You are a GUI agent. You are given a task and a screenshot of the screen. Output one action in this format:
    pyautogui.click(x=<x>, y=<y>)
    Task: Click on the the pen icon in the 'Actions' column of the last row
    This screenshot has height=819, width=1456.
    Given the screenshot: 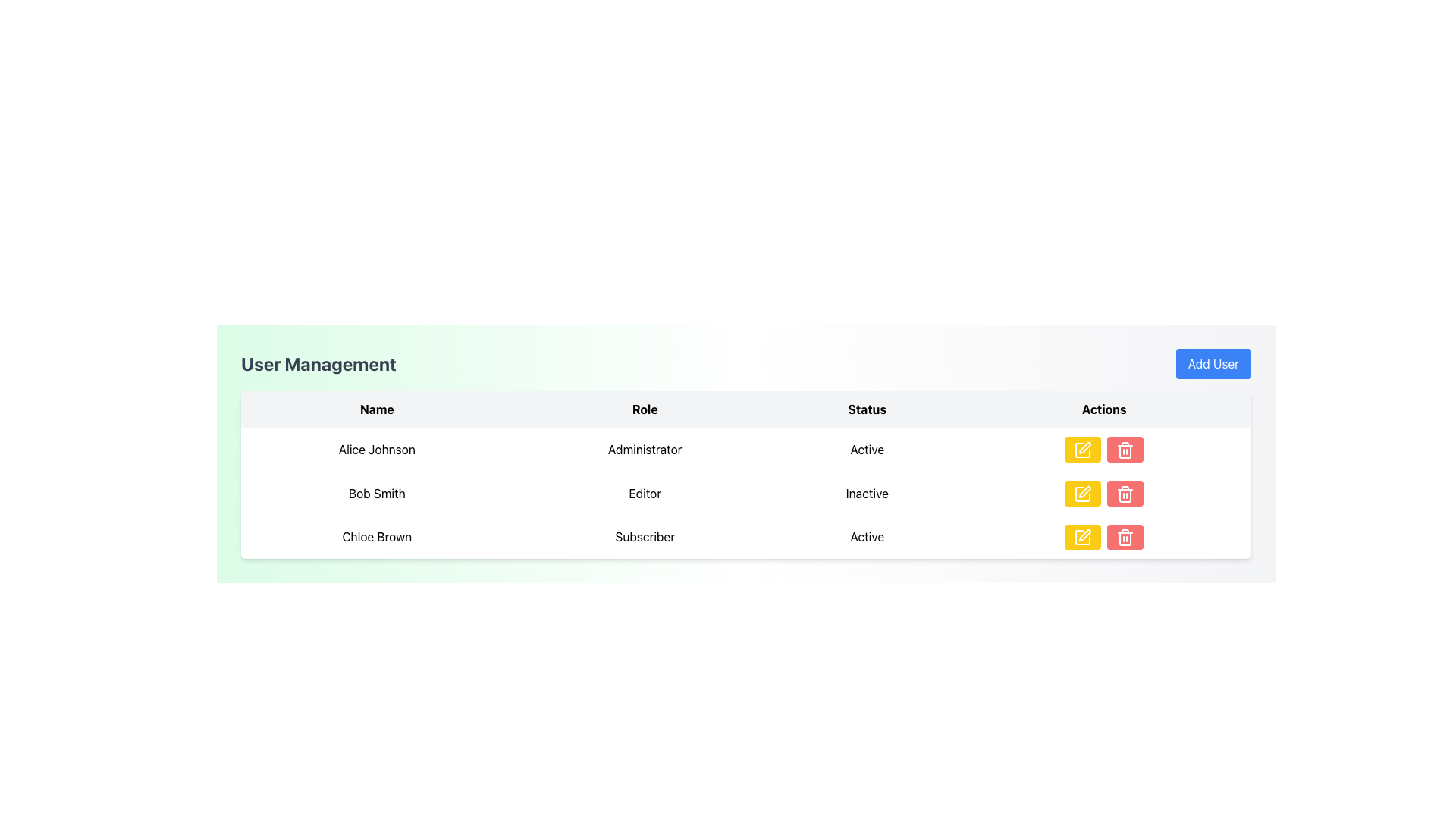 What is the action you would take?
    pyautogui.click(x=1084, y=535)
    